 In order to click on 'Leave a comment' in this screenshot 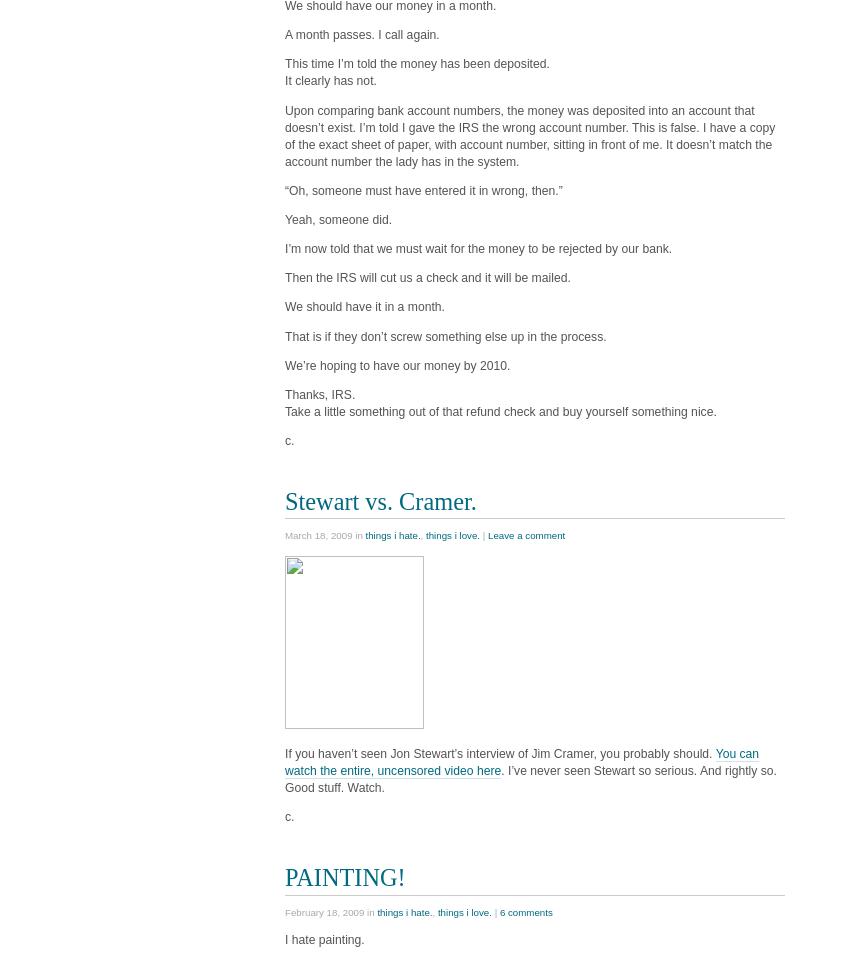, I will do `click(524, 534)`.